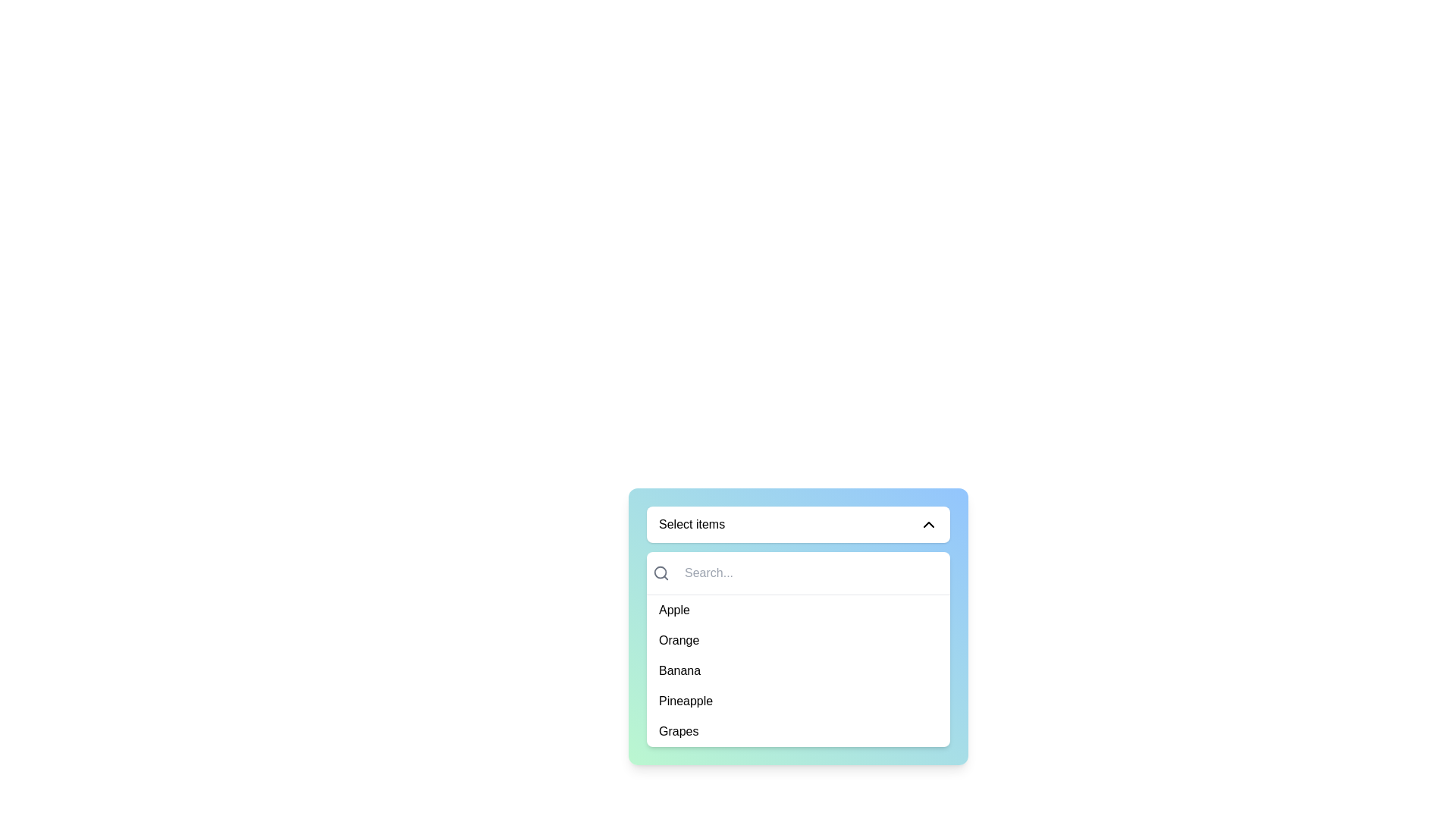 Image resolution: width=1456 pixels, height=819 pixels. Describe the element at coordinates (797, 730) in the screenshot. I see `the selectable menu item labeled 'Grapes'` at that location.